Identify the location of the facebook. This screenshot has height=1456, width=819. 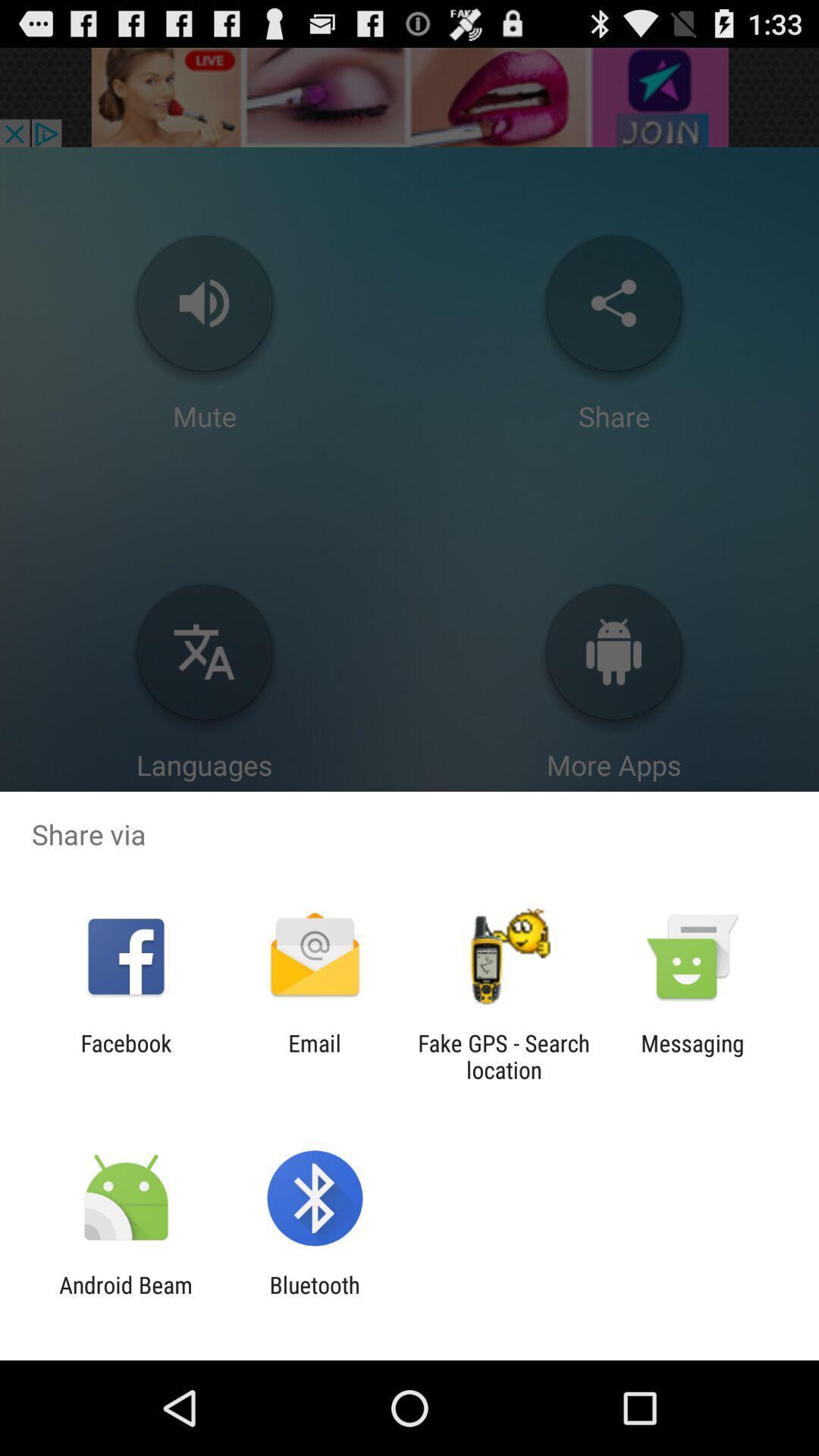
(125, 1056).